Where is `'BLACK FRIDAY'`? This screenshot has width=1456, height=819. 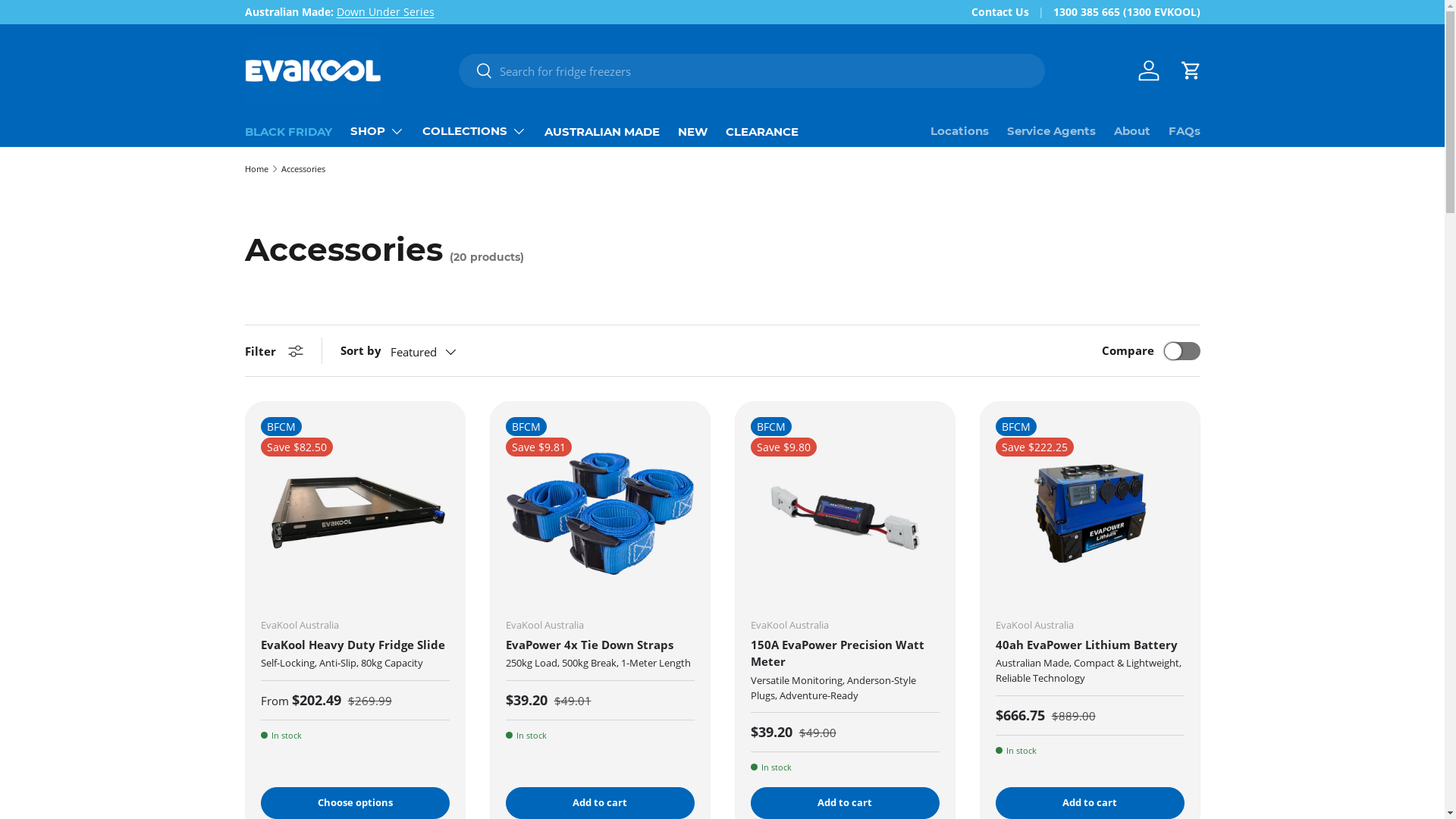 'BLACK FRIDAY' is located at coordinates (287, 130).